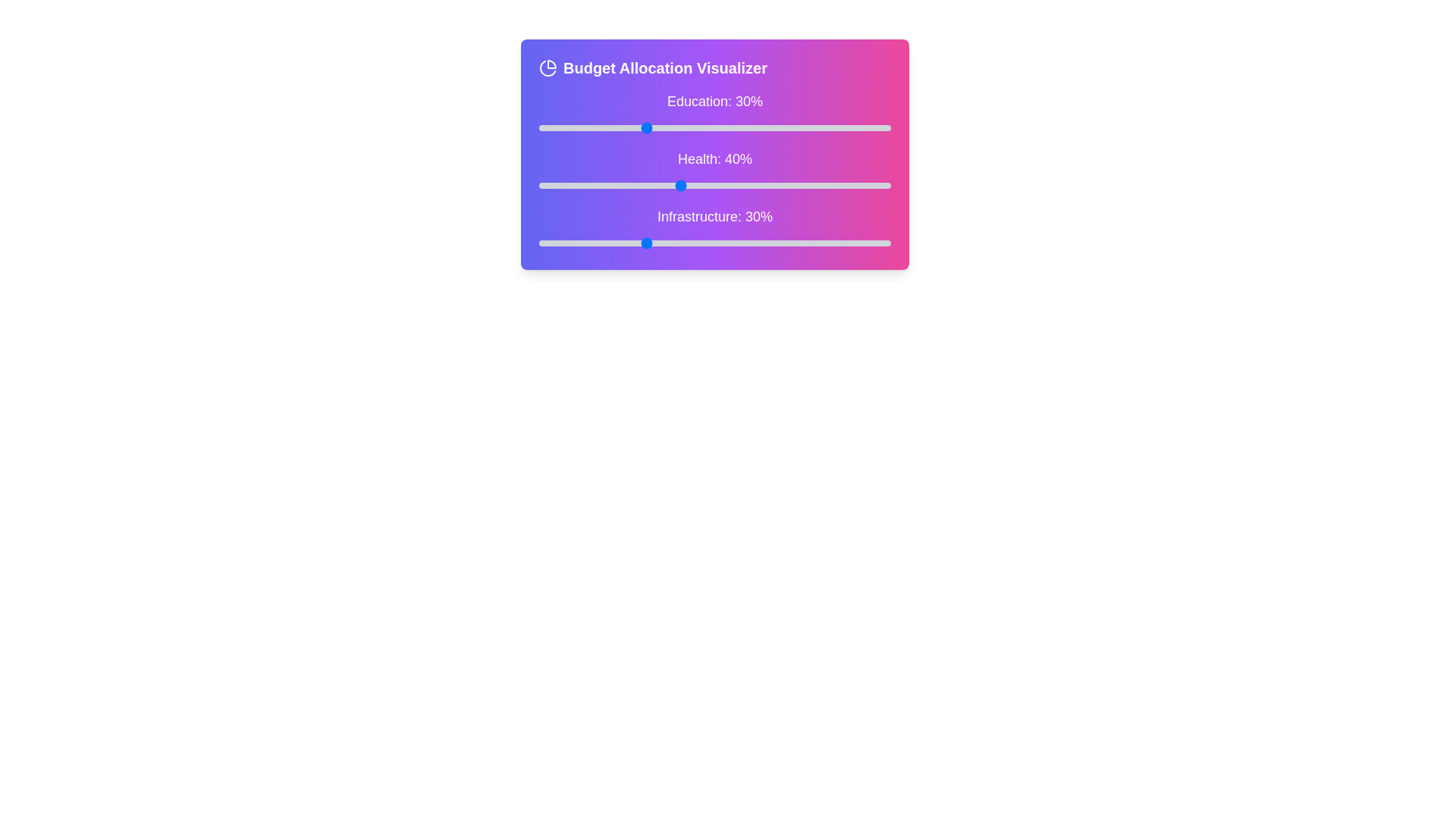 This screenshot has width=1456, height=819. What do you see at coordinates (662, 127) in the screenshot?
I see `the Education budget` at bounding box center [662, 127].